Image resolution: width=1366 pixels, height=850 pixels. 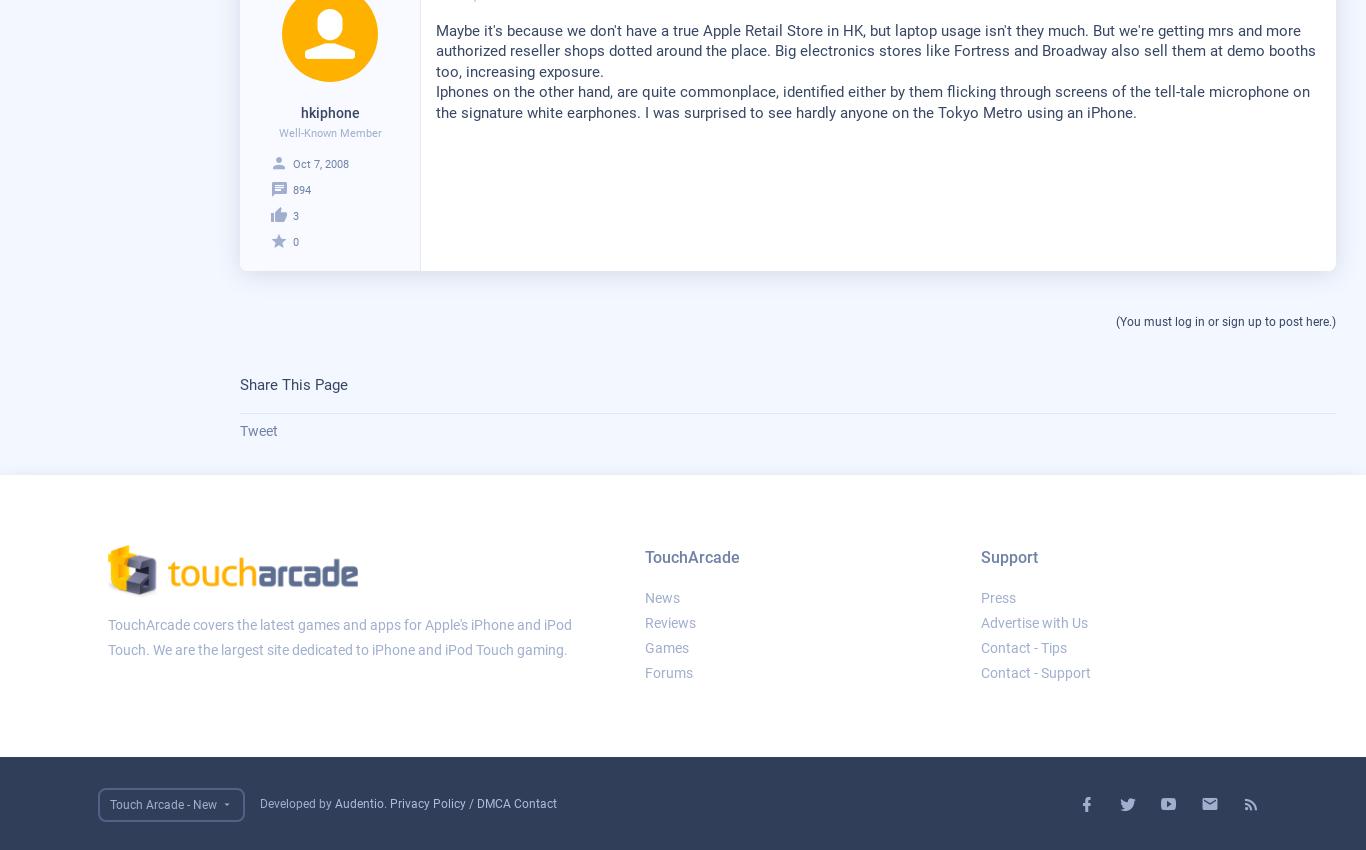 What do you see at coordinates (329, 111) in the screenshot?
I see `'hkiphone'` at bounding box center [329, 111].